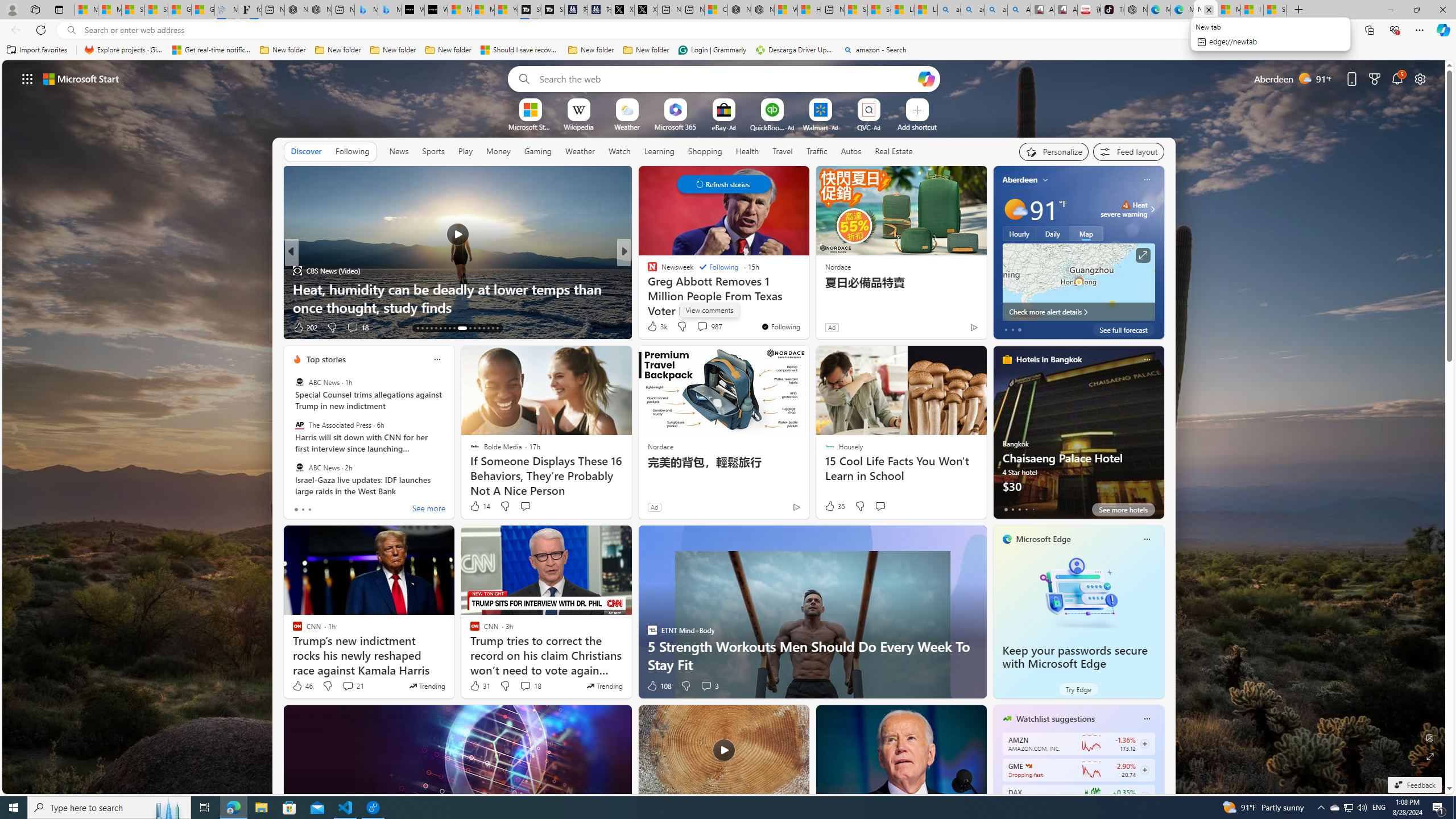  Describe the element at coordinates (652, 327) in the screenshot. I see `'69 Like'` at that location.